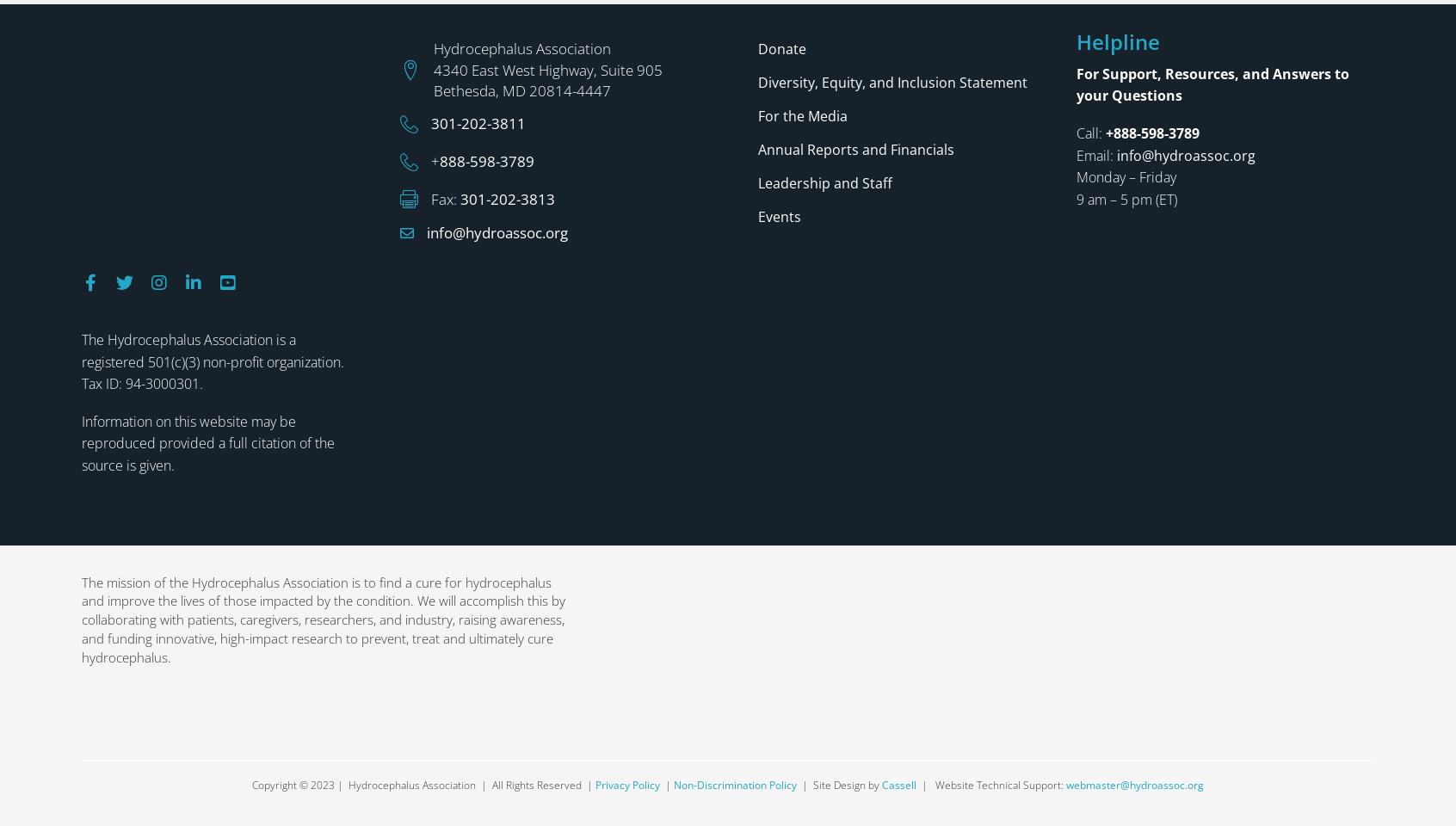 The width and height of the screenshot is (1456, 826). What do you see at coordinates (898, 564) in the screenshot?
I see `'Cassell'` at bounding box center [898, 564].